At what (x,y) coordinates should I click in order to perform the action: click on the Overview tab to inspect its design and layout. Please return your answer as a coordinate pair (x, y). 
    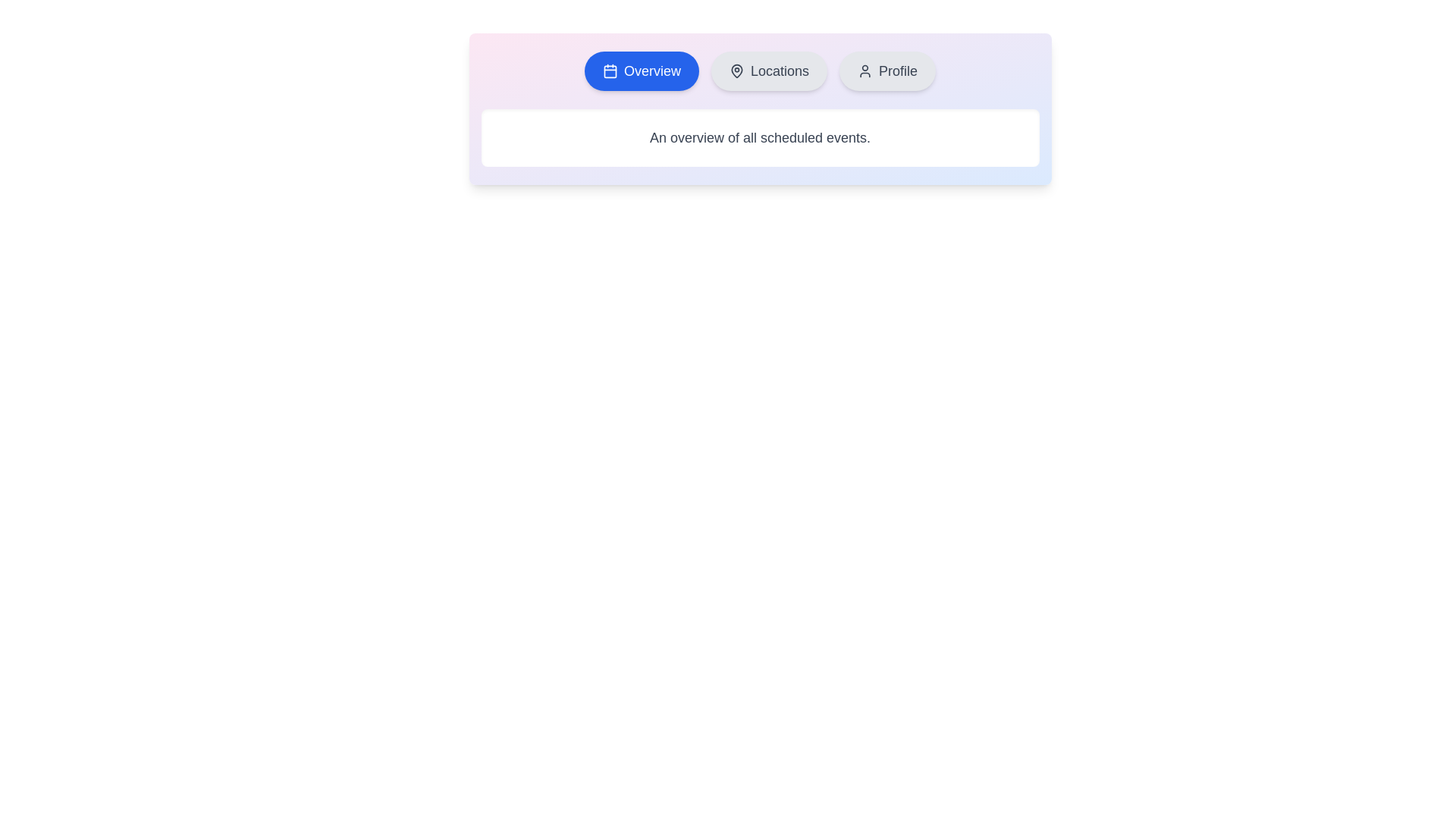
    Looking at the image, I should click on (642, 71).